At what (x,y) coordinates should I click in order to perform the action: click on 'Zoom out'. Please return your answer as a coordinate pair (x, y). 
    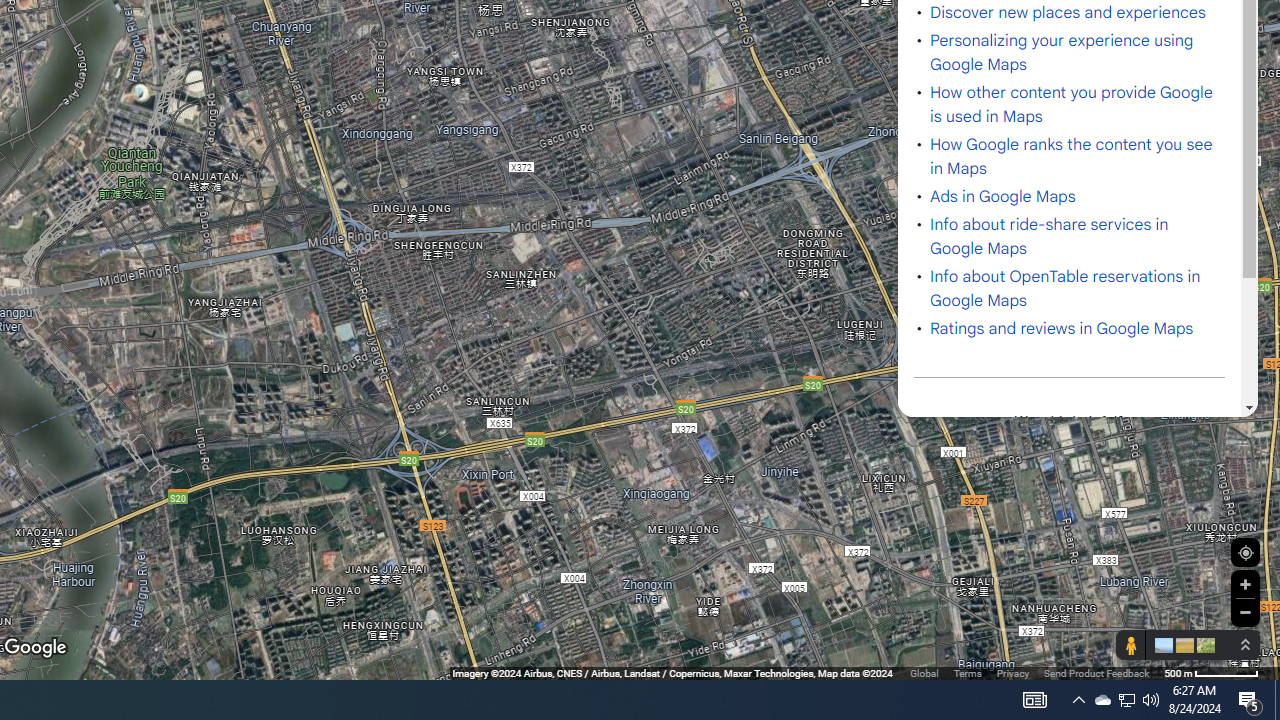
    Looking at the image, I should click on (1244, 611).